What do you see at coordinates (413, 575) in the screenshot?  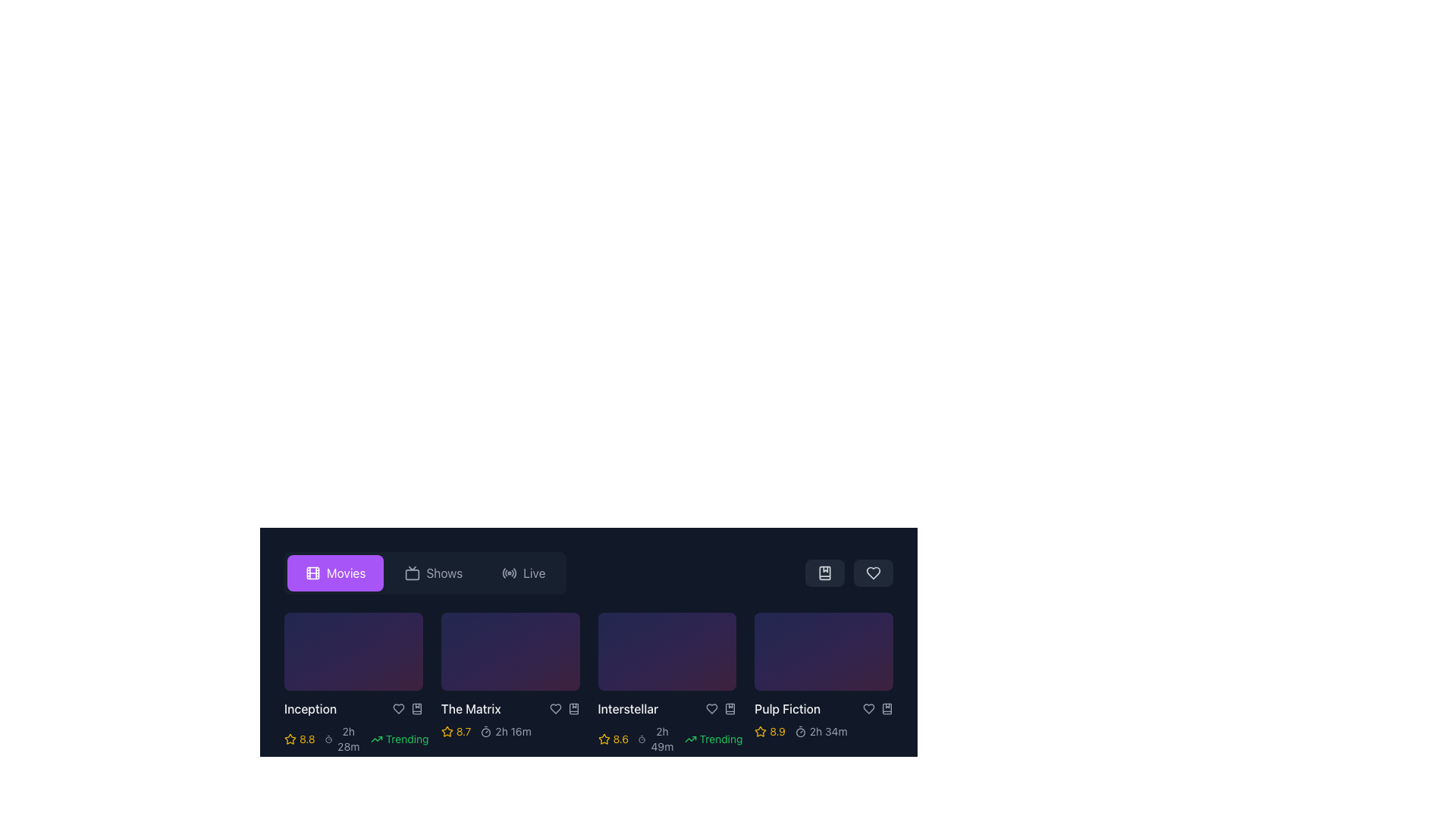 I see `the larger decorative rectangle of the TV or monitor icon located in the control bar at the top of the interface` at bounding box center [413, 575].